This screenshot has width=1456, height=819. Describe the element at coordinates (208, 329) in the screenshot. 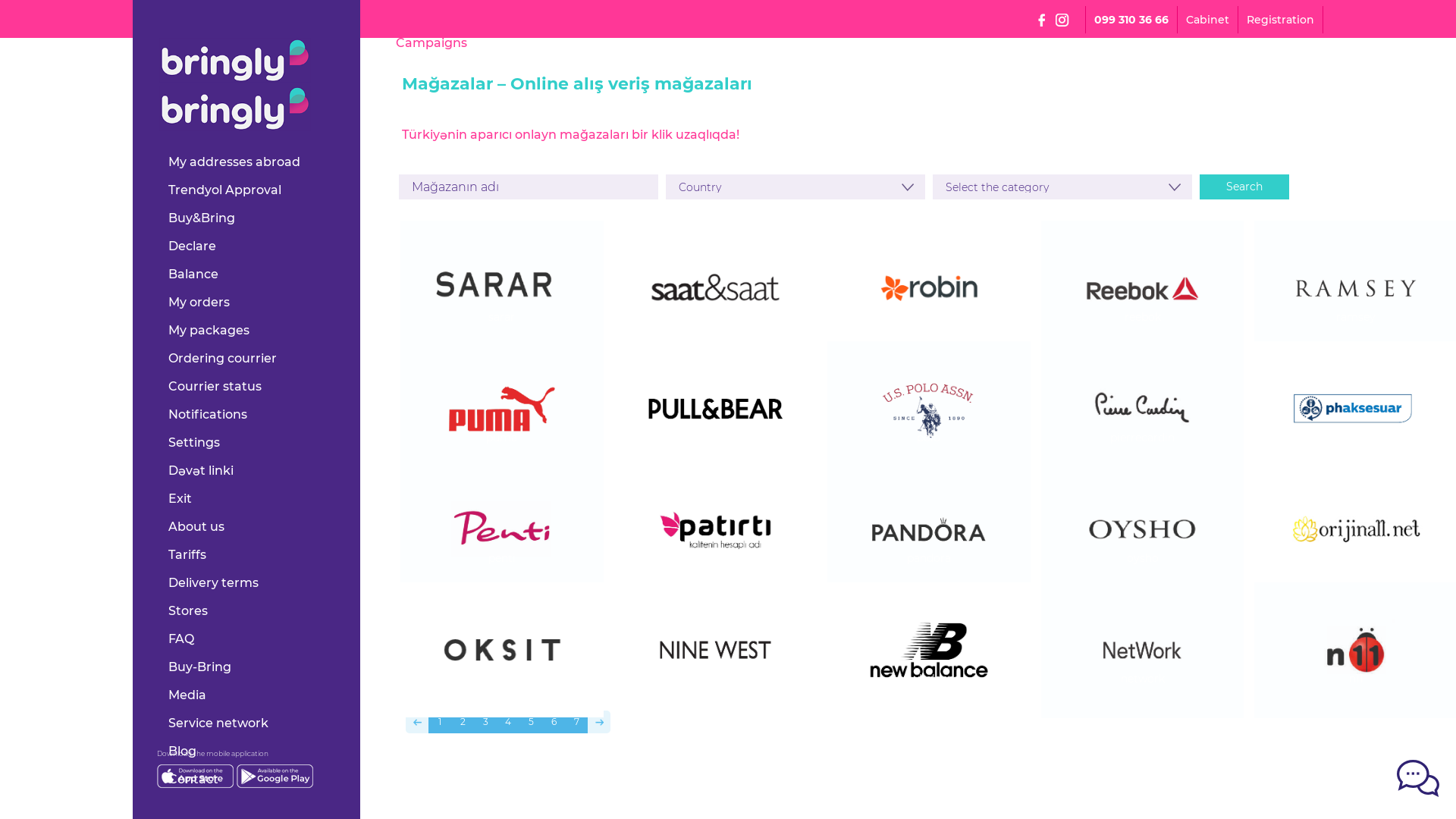

I see `'My packages'` at that location.